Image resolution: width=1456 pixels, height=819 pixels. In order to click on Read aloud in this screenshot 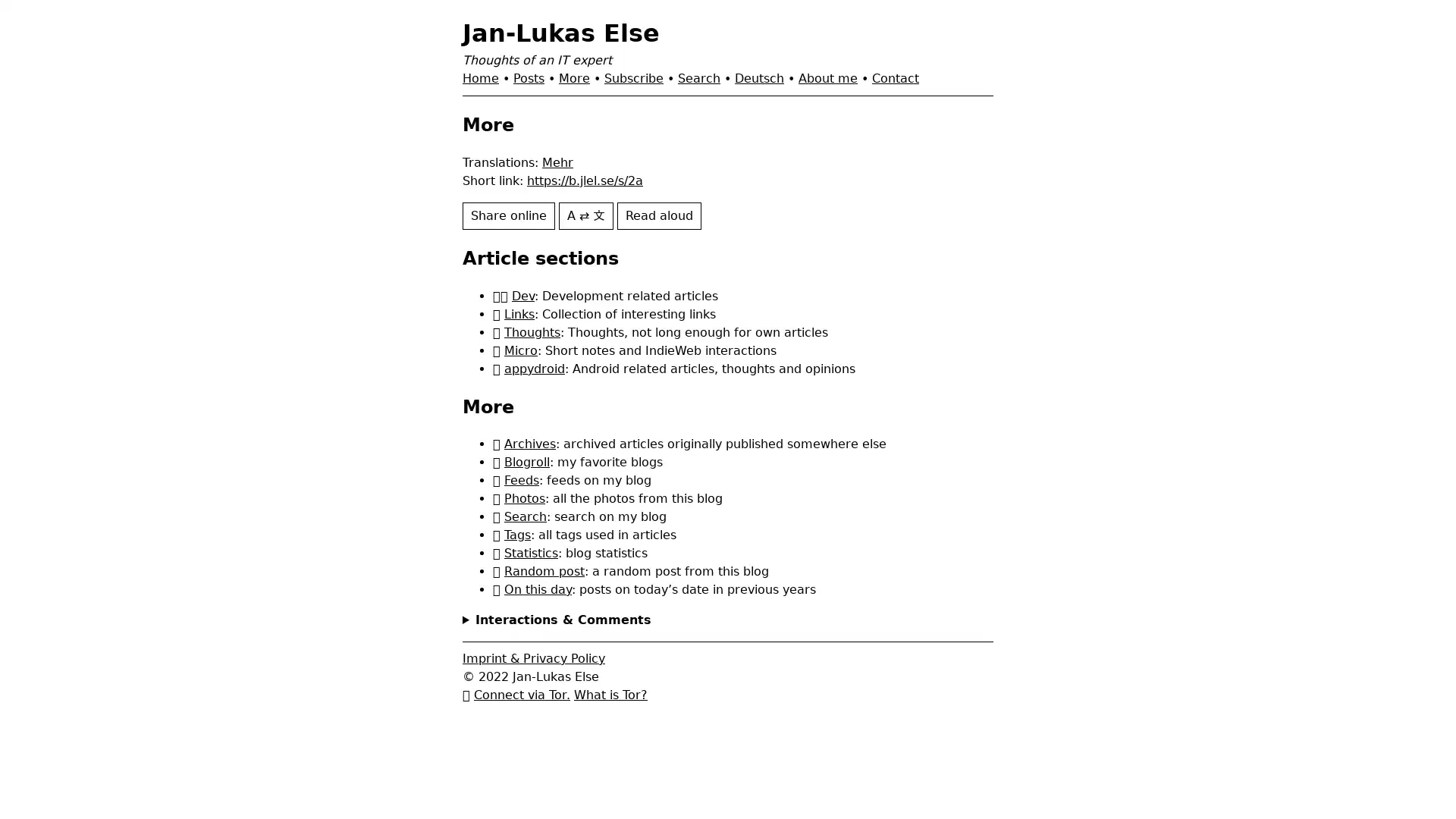, I will do `click(659, 215)`.